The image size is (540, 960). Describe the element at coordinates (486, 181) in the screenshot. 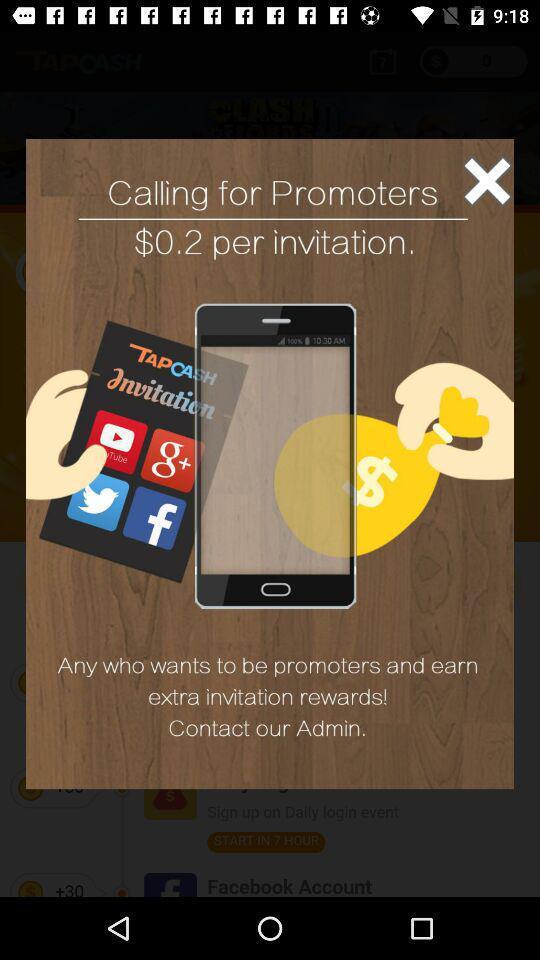

I see `exit advertisement` at that location.